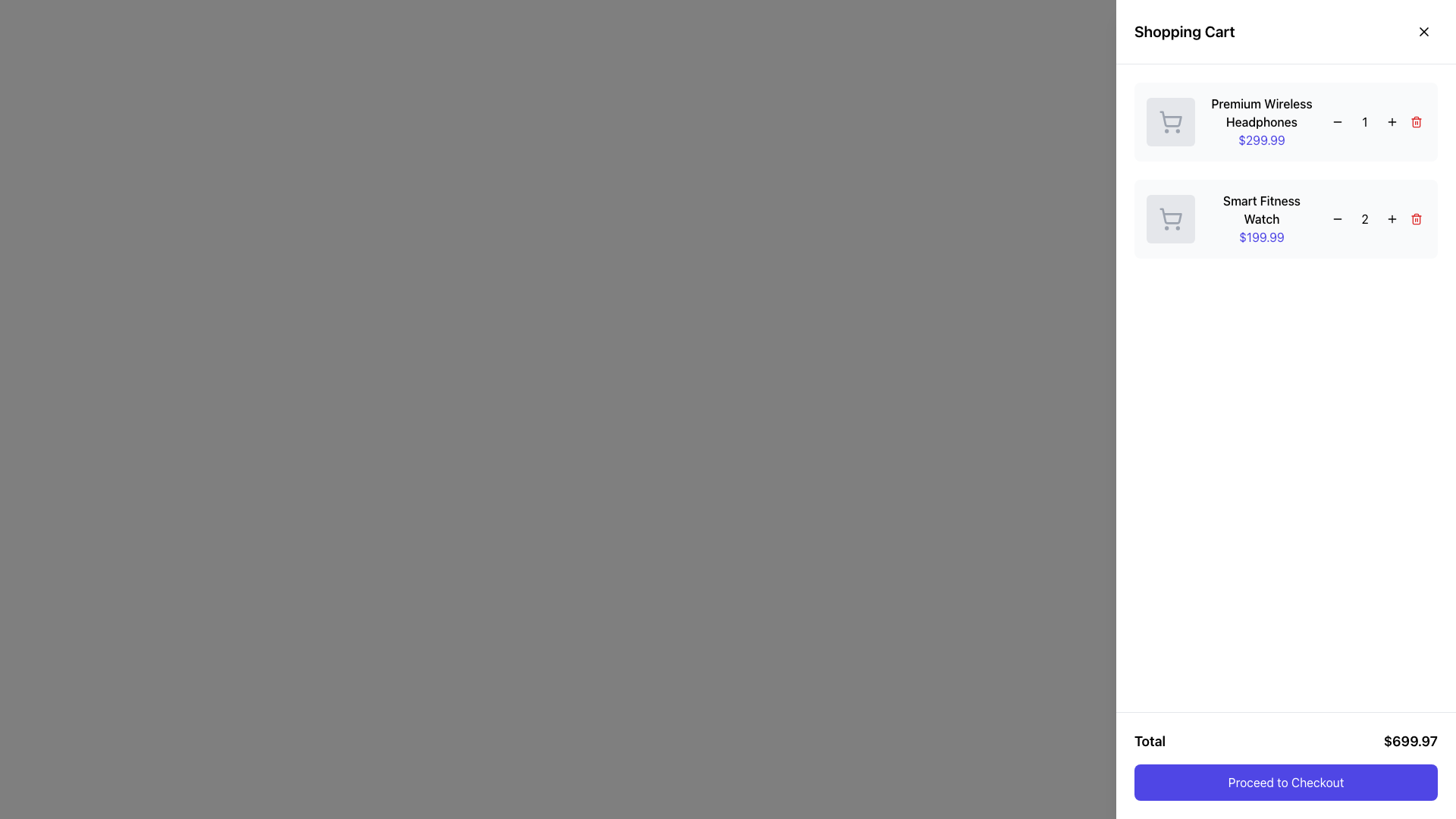  Describe the element at coordinates (1423, 32) in the screenshot. I see `the dismiss button located at the far right side of the header bar in the shopping cart interface to observe the hover effect` at that location.